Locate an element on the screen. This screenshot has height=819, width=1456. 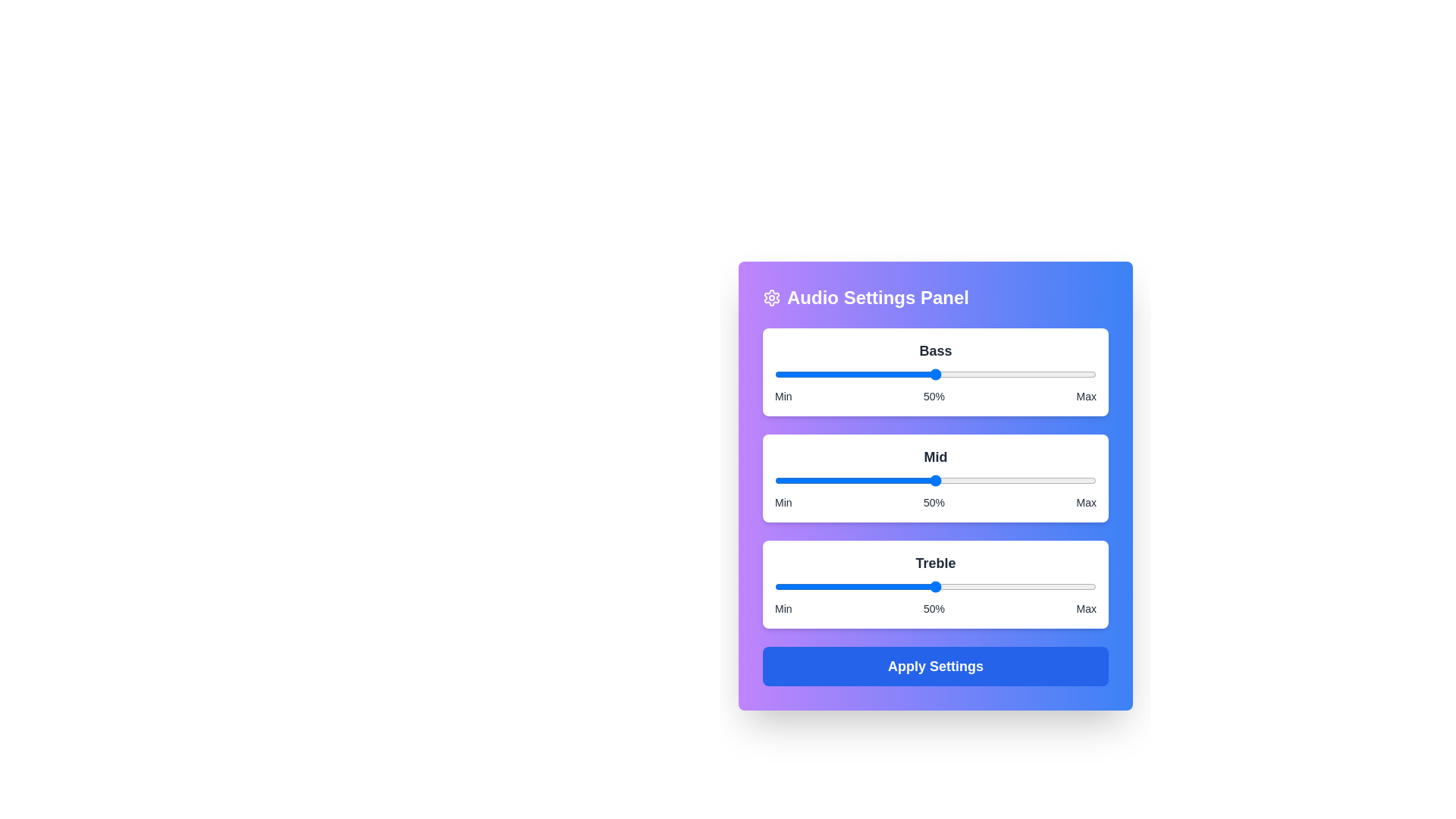
the bass level is located at coordinates (944, 374).